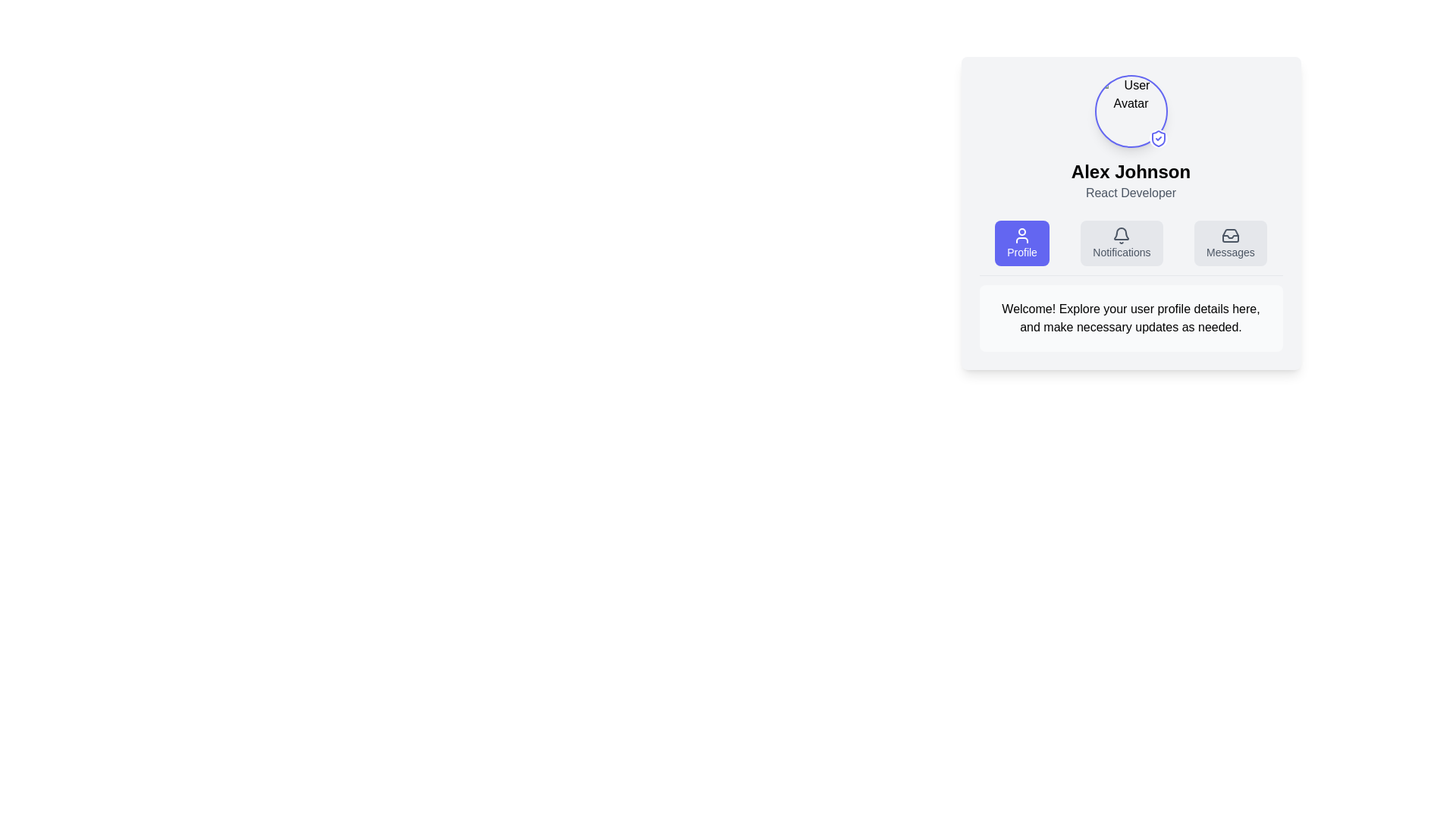 This screenshot has width=1456, height=819. Describe the element at coordinates (1122, 251) in the screenshot. I see `the Text Label that serves as a label for a button or navigational component, which is centered between the 'Profile' and 'Messages' buttons` at that location.